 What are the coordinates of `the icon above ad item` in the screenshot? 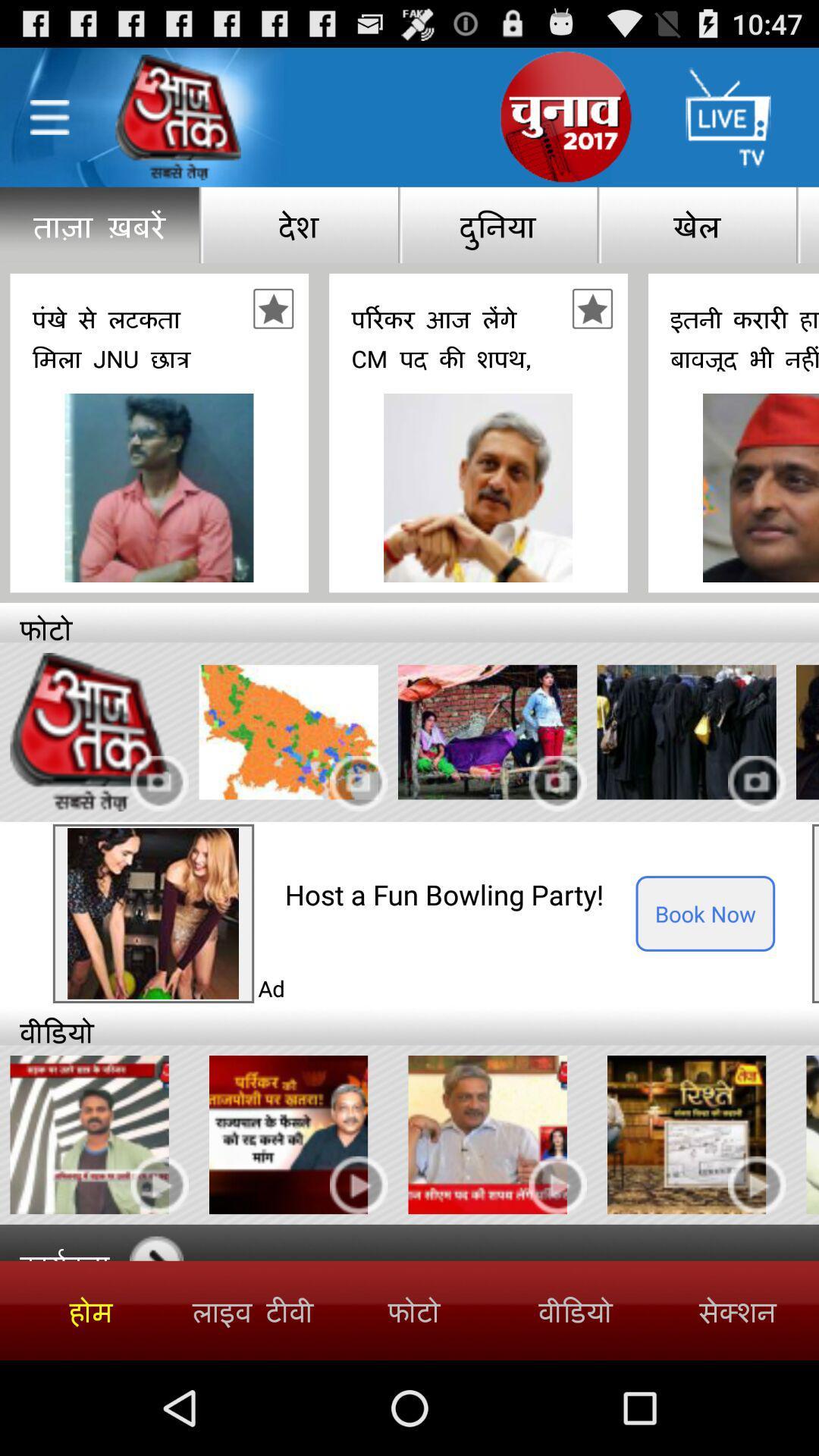 It's located at (460, 894).